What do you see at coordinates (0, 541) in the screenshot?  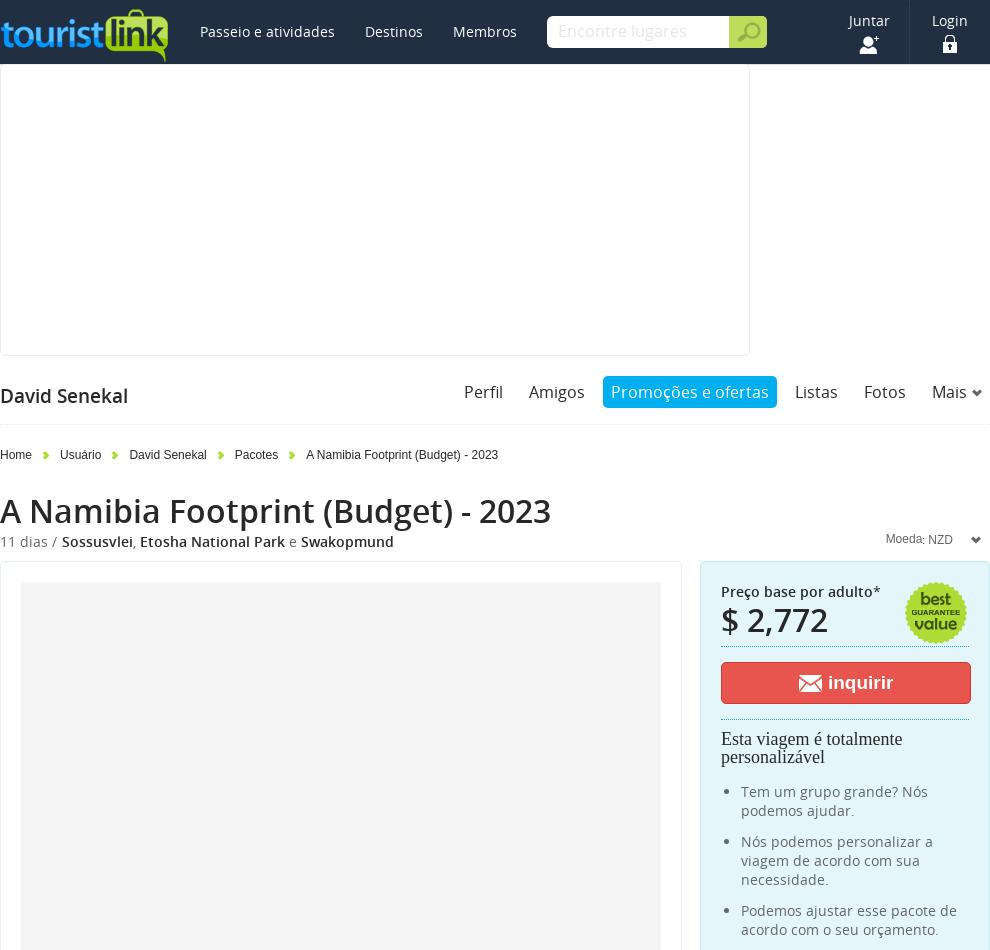 I see `'11 dias /'` at bounding box center [0, 541].